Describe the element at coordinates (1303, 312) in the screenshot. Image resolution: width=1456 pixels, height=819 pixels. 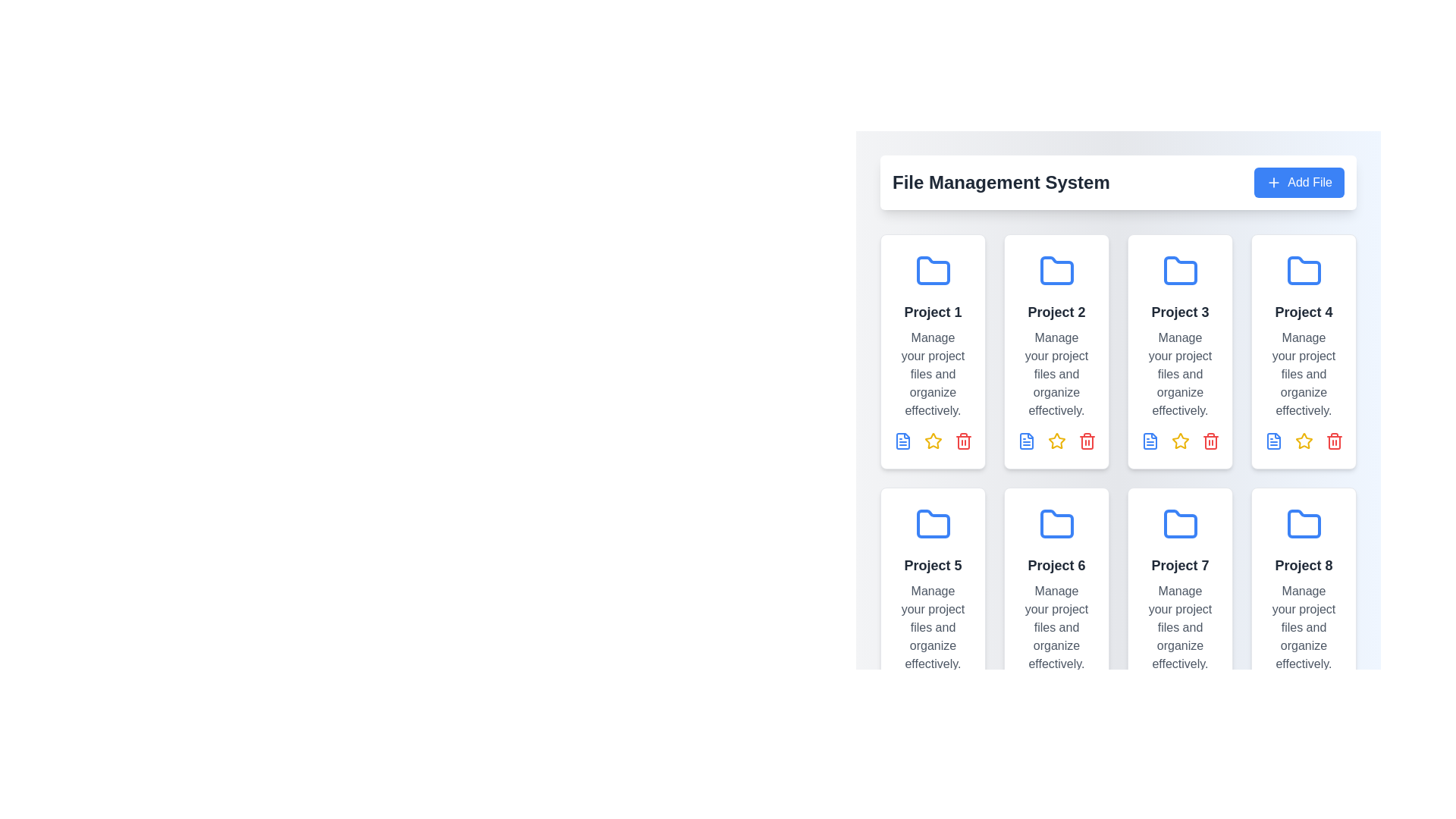
I see `the text label that reads 'Project 4', which is styled in bold, larger font with a dark gray color, located in the fourth card of the grid layout under a blue folder icon` at that location.